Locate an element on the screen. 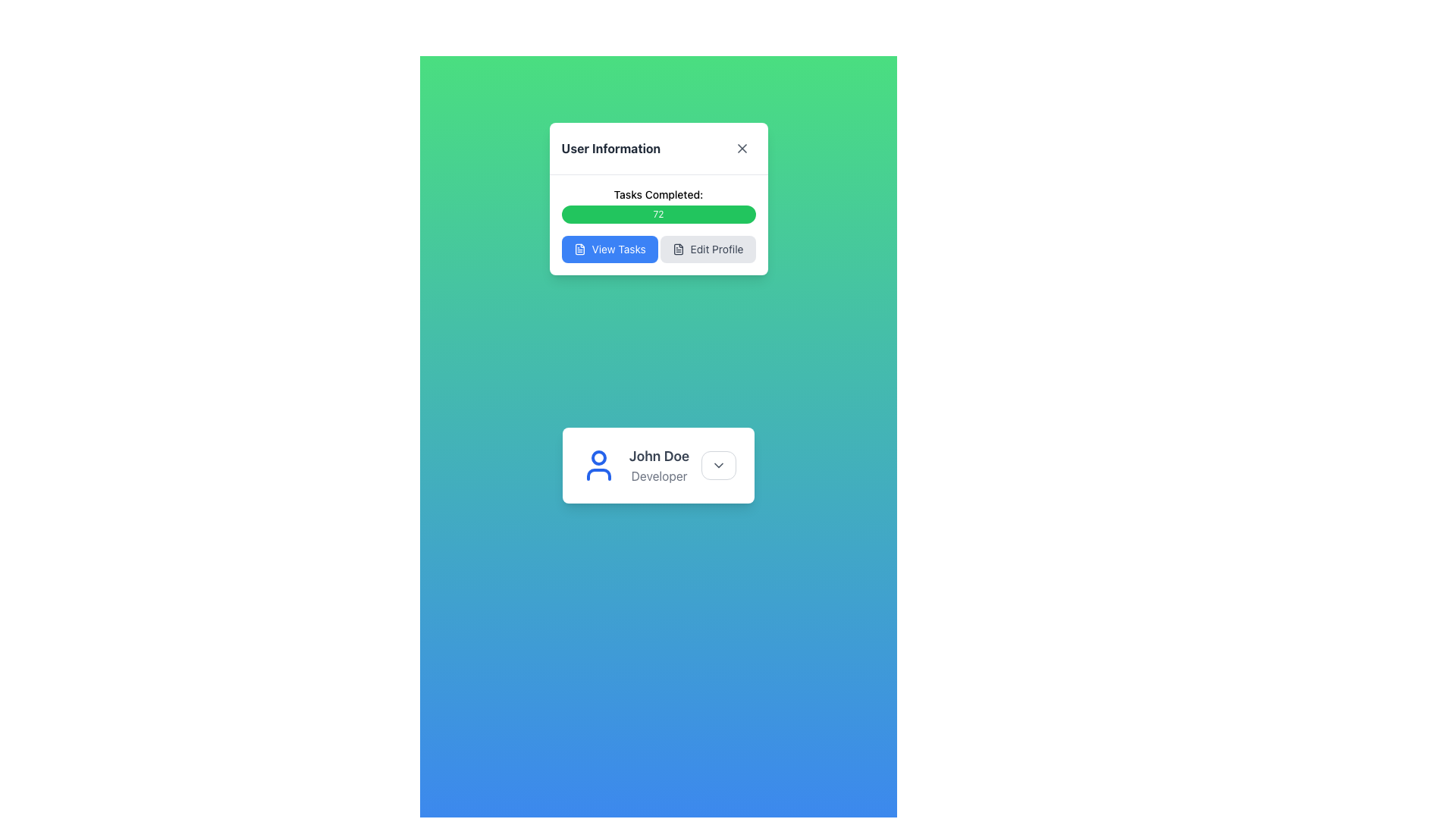 This screenshot has height=819, width=1456. the SVG icon resembling a file or document located to the left of the 'View Tasks' text within the blue button is located at coordinates (579, 248).